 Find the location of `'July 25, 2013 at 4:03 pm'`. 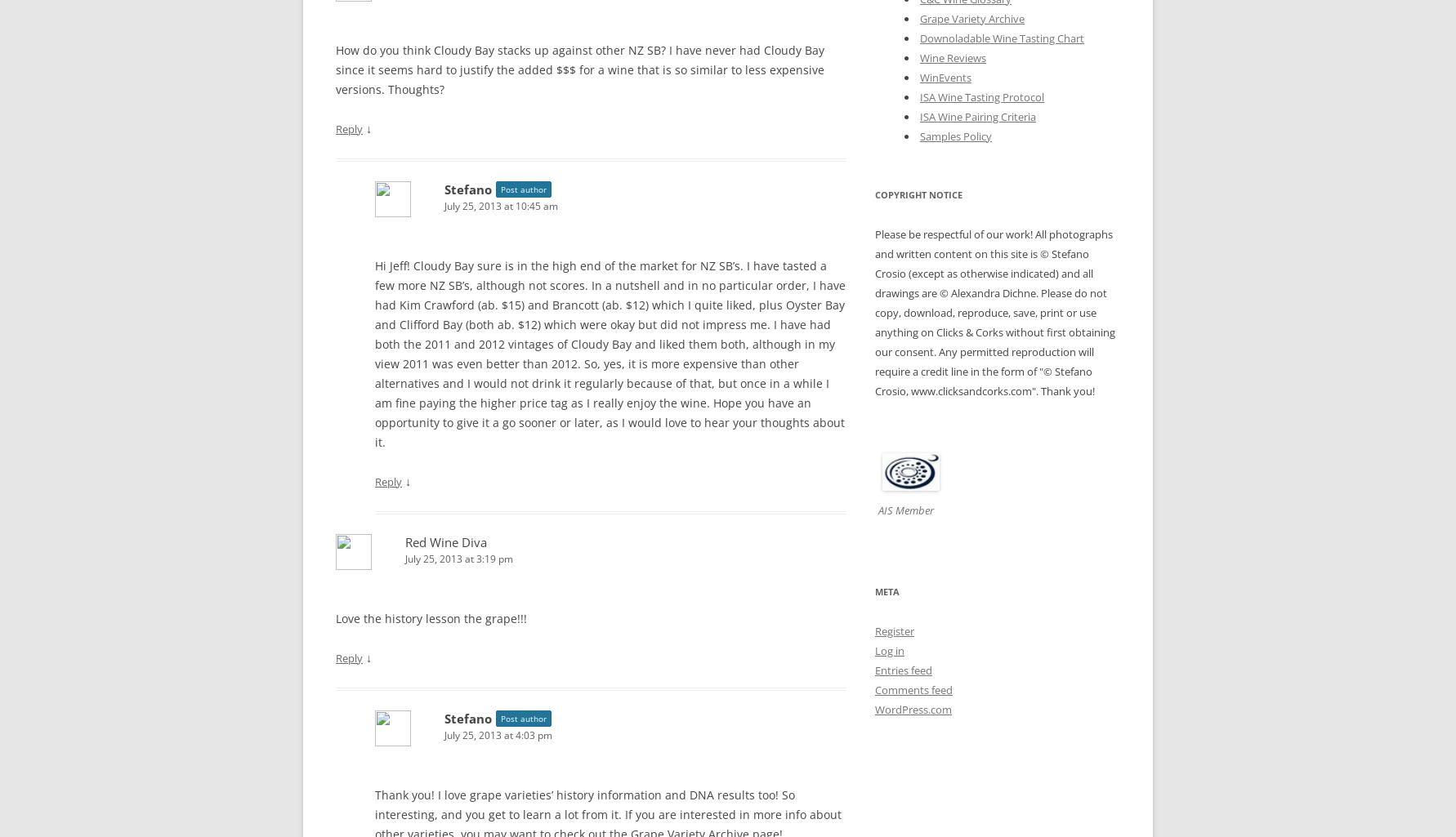

'July 25, 2013 at 4:03 pm' is located at coordinates (498, 734).